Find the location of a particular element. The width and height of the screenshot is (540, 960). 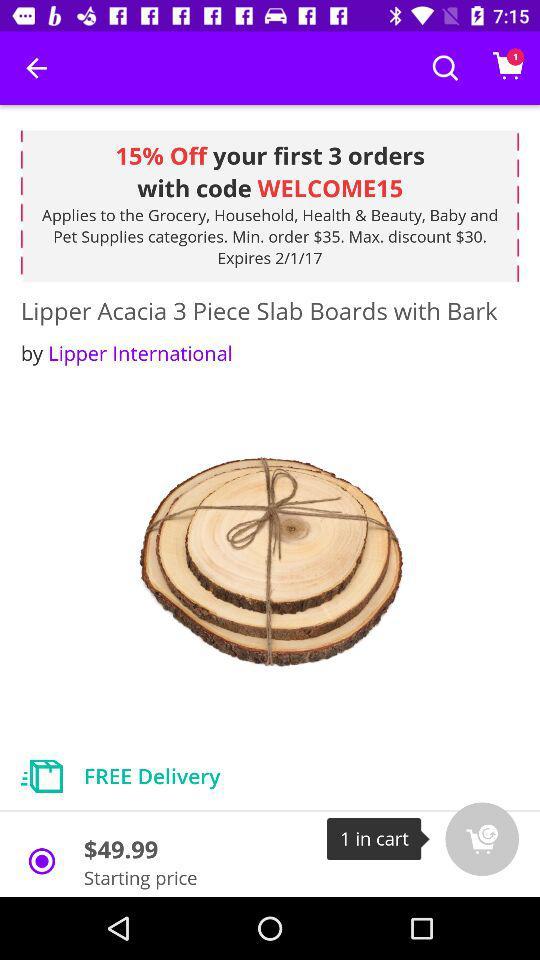

the cart icon is located at coordinates (481, 839).